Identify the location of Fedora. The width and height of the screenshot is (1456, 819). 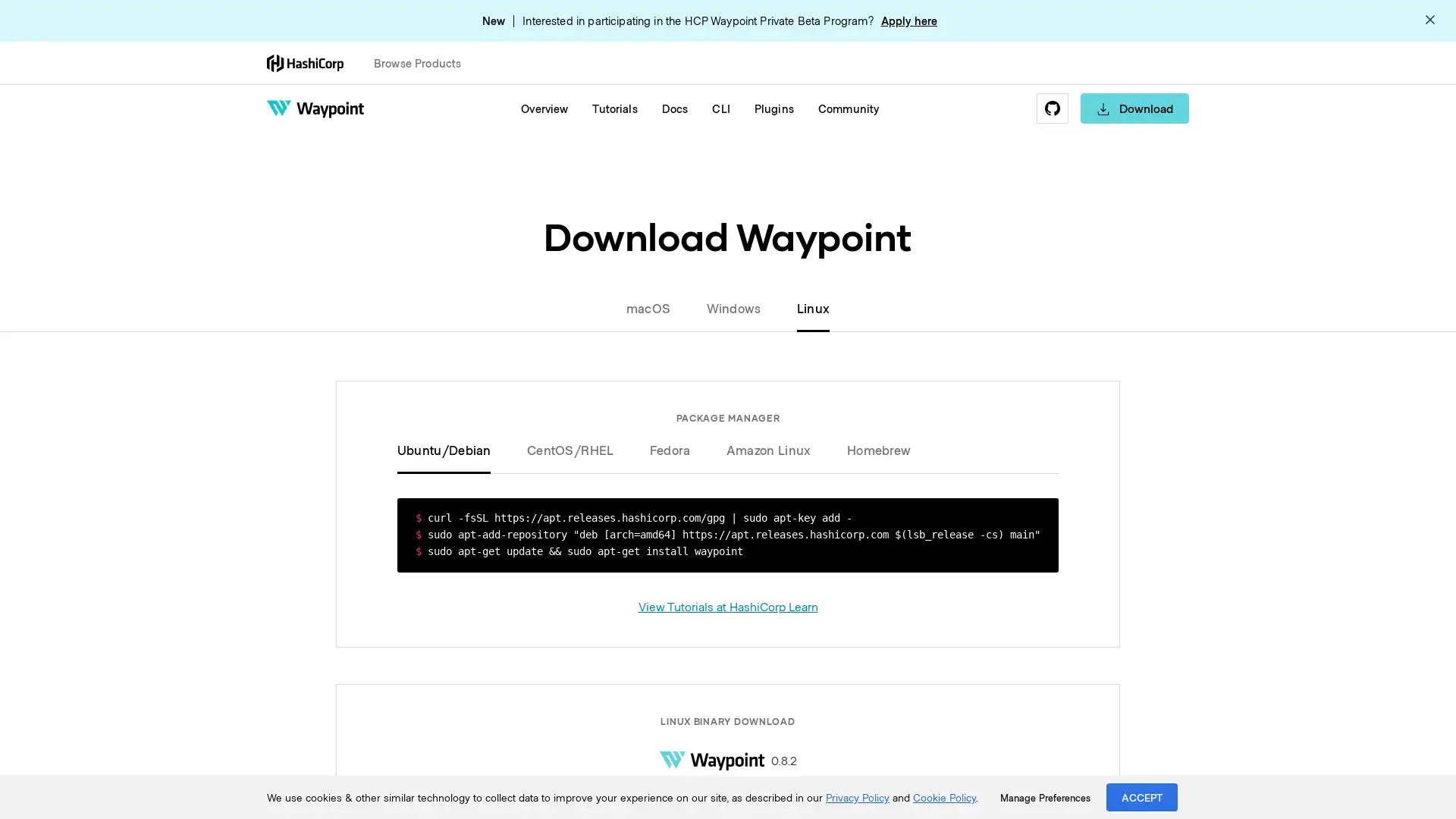
(669, 449).